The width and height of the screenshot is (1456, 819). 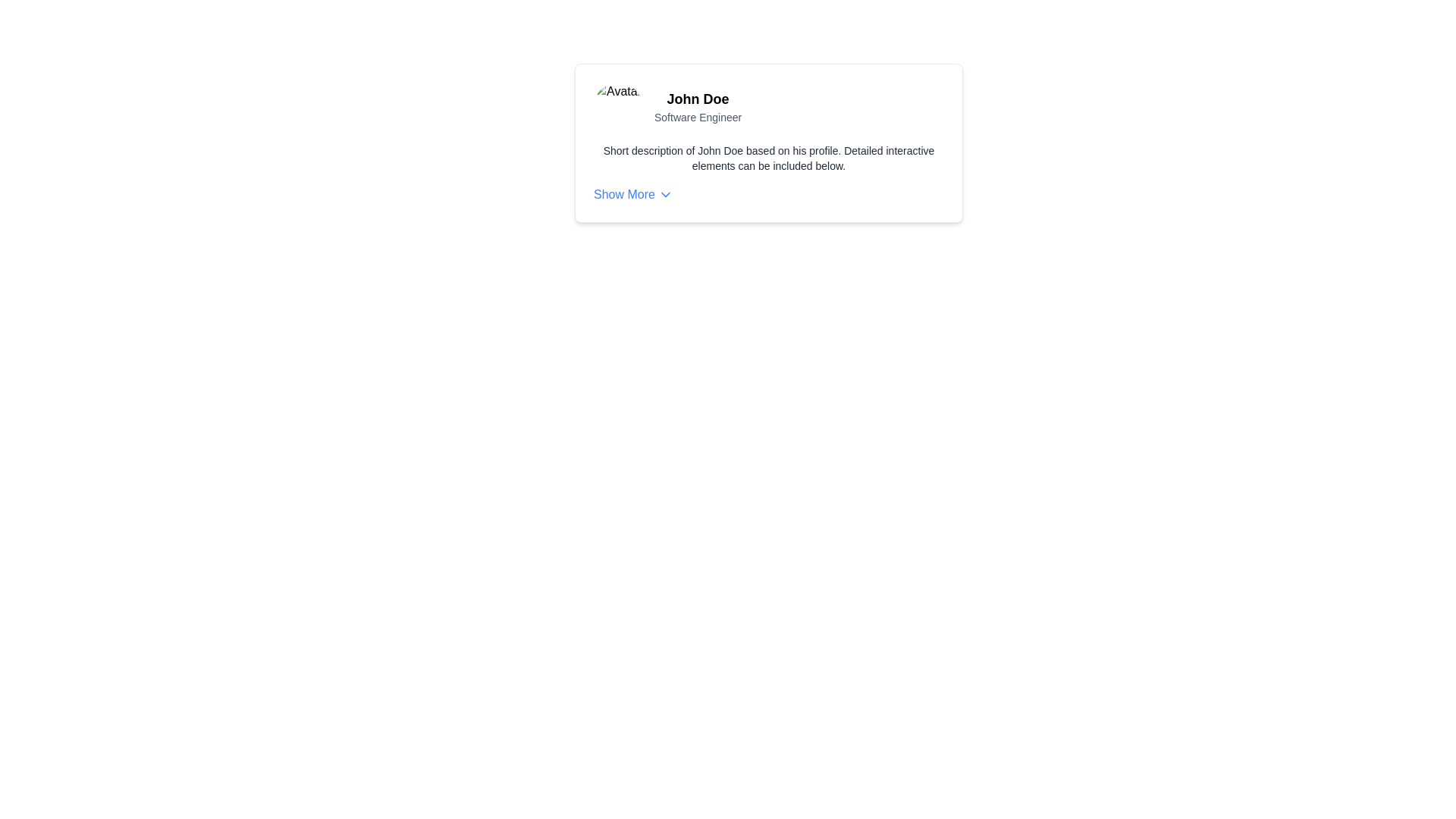 What do you see at coordinates (697, 116) in the screenshot?
I see `the text label containing the phrase 'Software Engineer', which is styled in a smaller font size and gray color, located directly below the 'John Doe' text in the user profile card` at bounding box center [697, 116].